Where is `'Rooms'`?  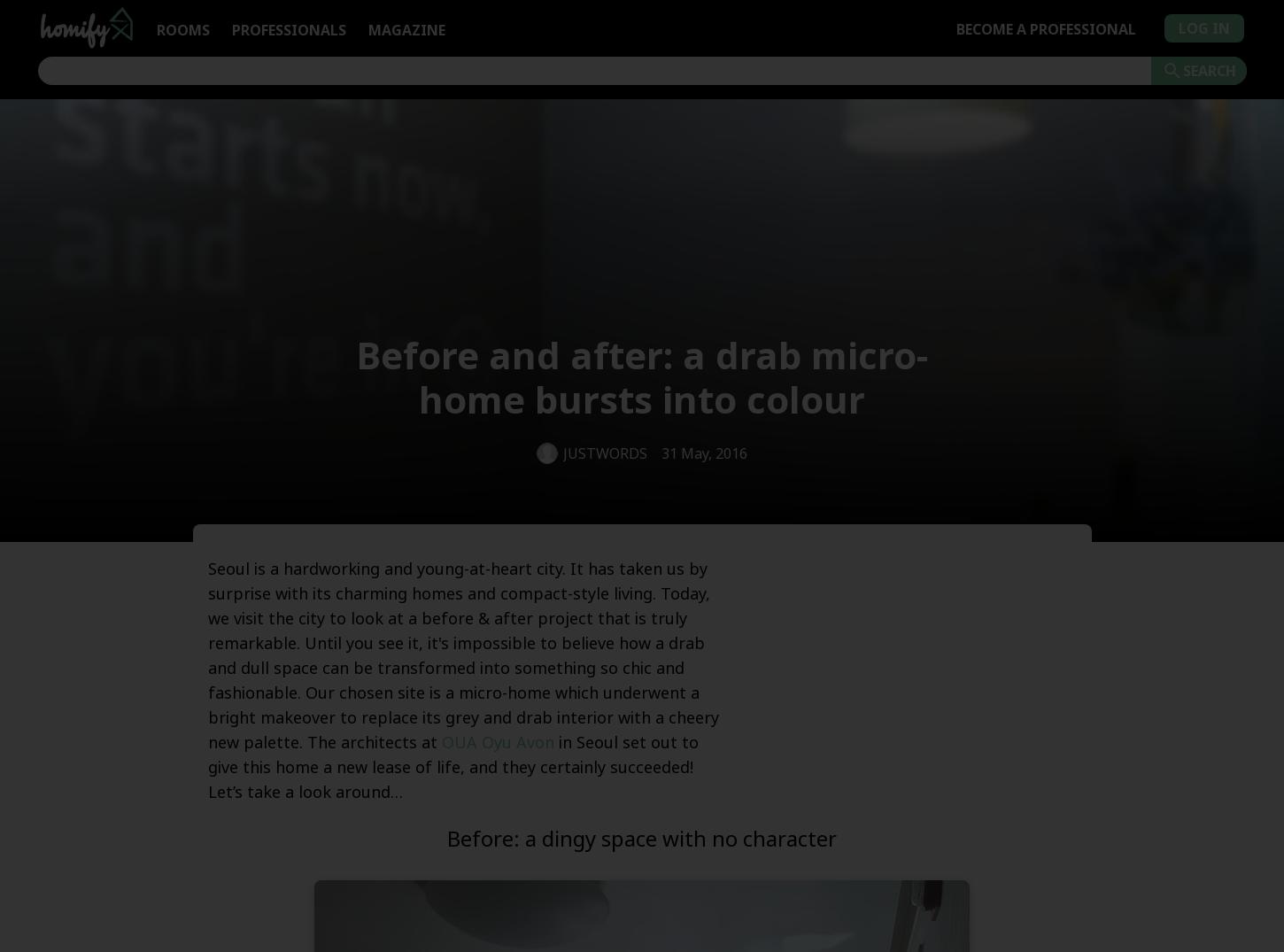 'Rooms' is located at coordinates (182, 28).